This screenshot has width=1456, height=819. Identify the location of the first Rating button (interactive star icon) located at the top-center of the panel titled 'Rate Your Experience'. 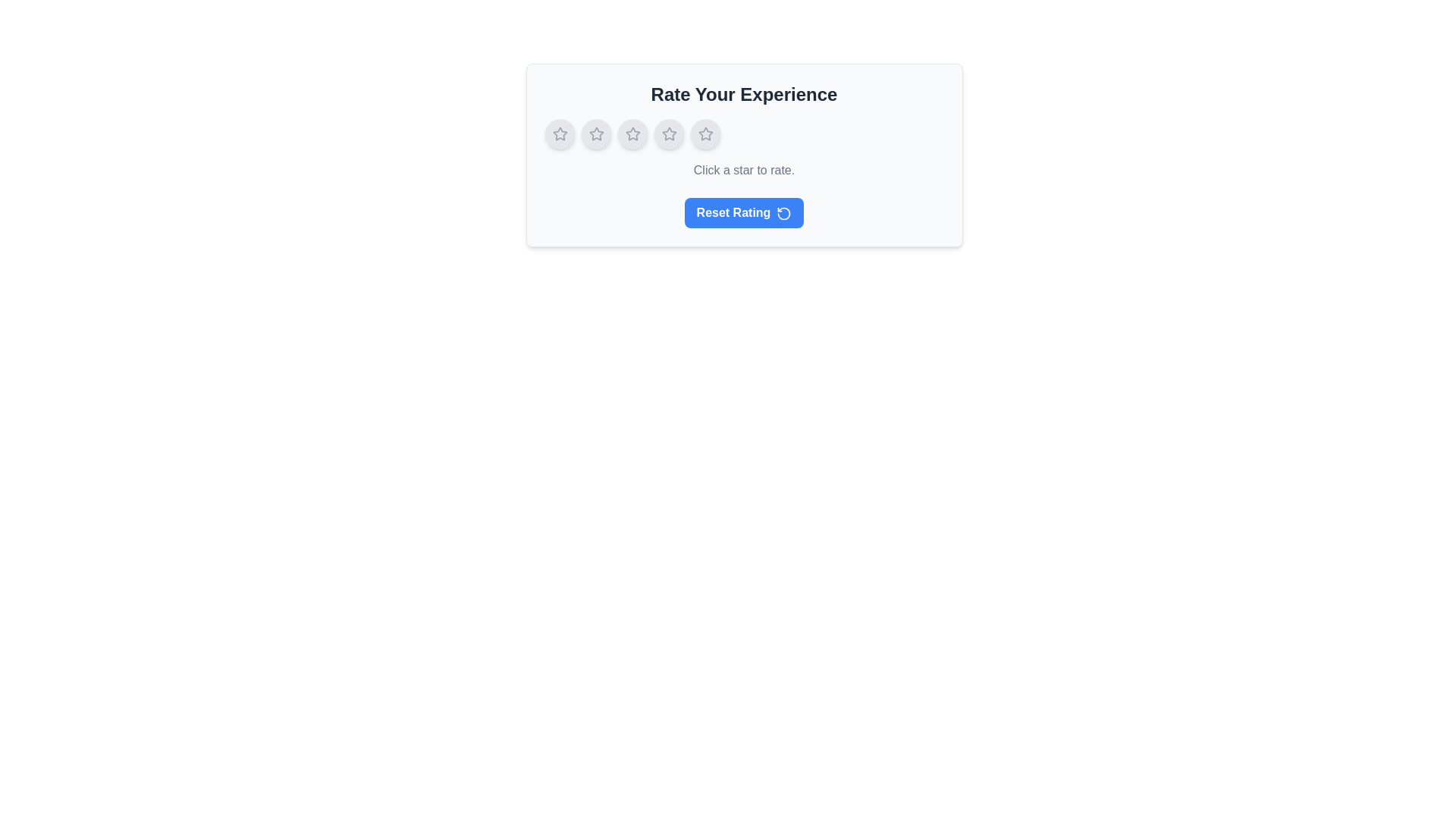
(559, 133).